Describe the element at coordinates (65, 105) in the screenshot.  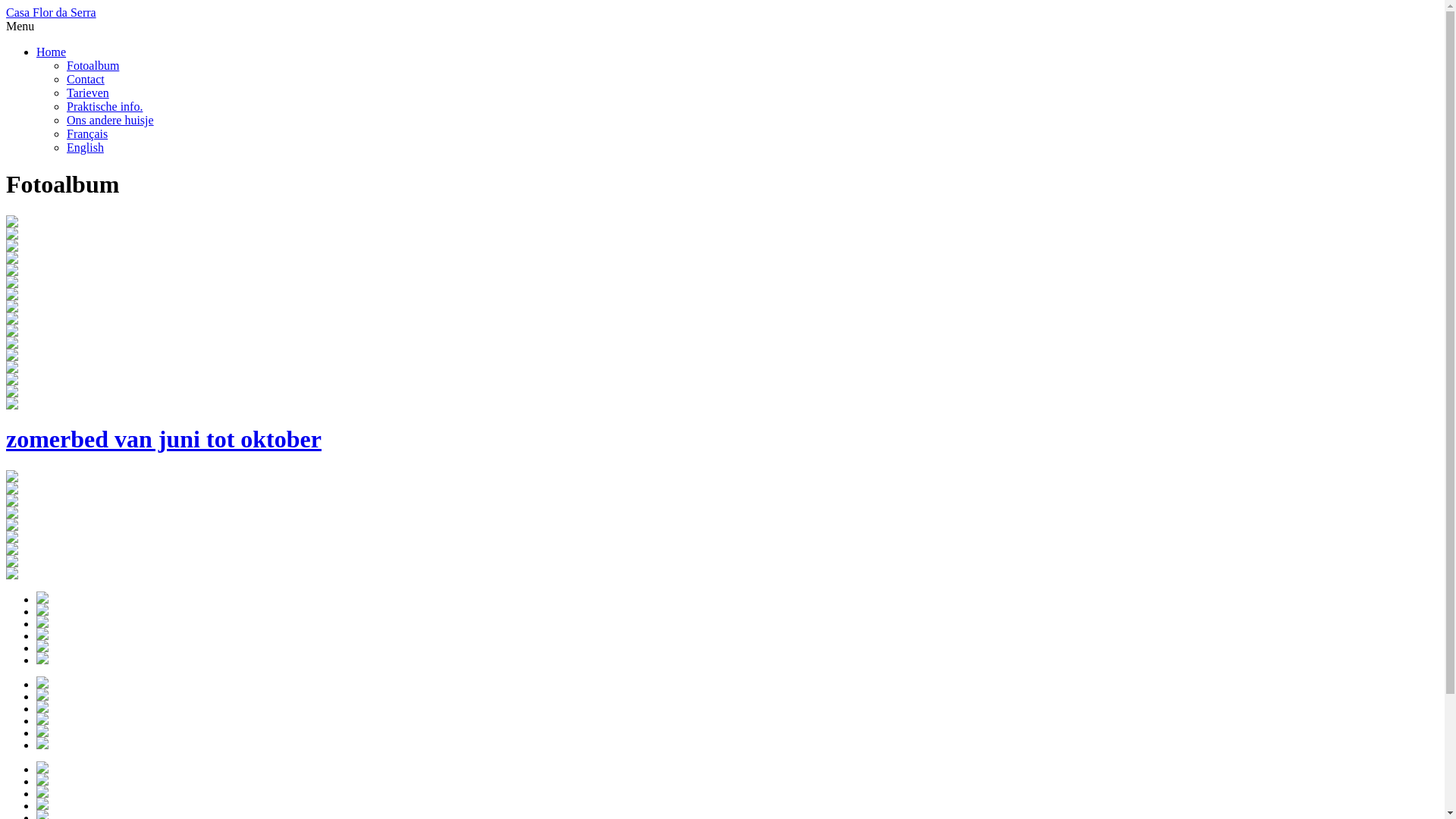
I see `'Praktische info.'` at that location.